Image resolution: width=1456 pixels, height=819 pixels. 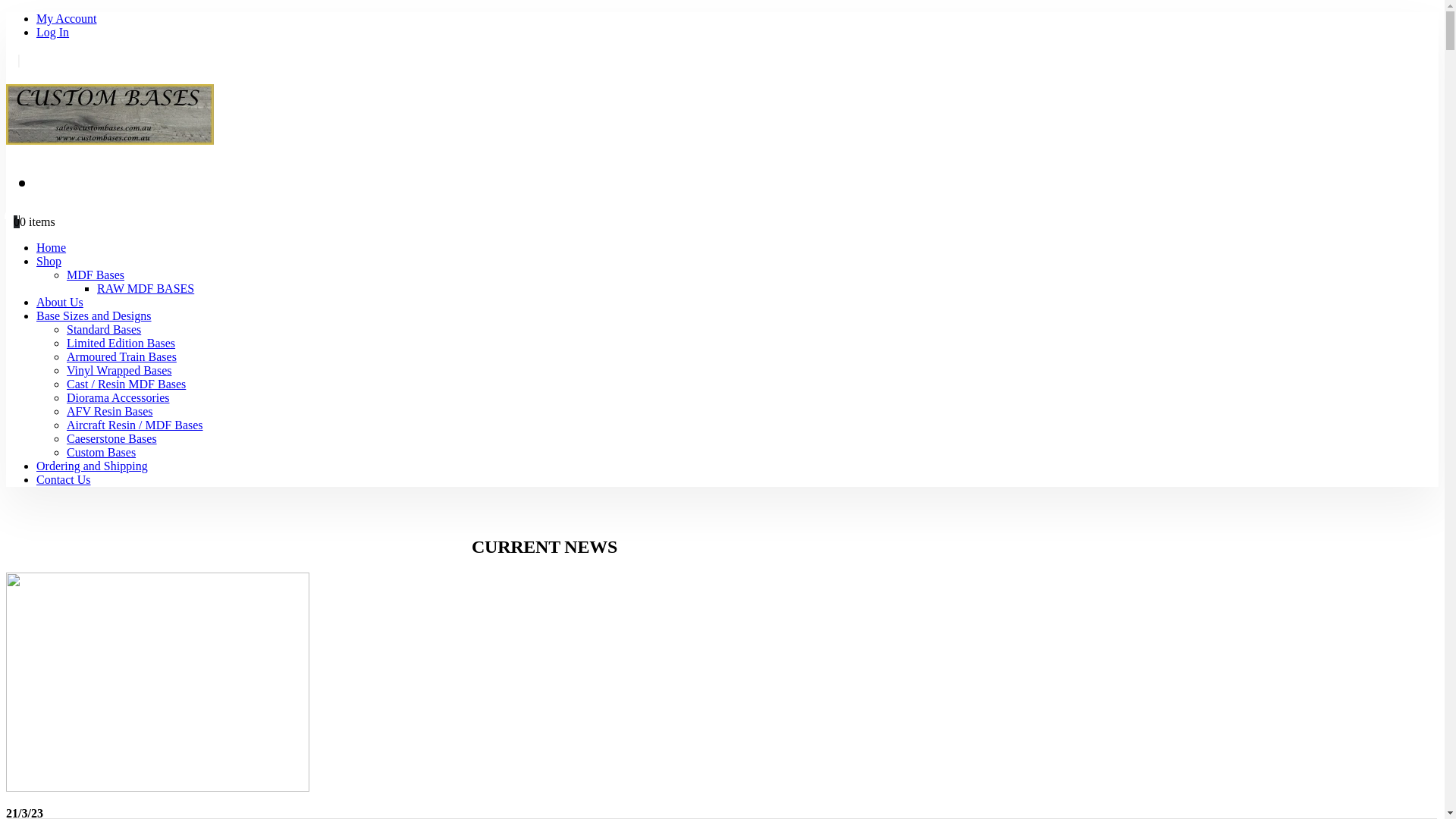 What do you see at coordinates (100, 451) in the screenshot?
I see `'Custom Bases'` at bounding box center [100, 451].